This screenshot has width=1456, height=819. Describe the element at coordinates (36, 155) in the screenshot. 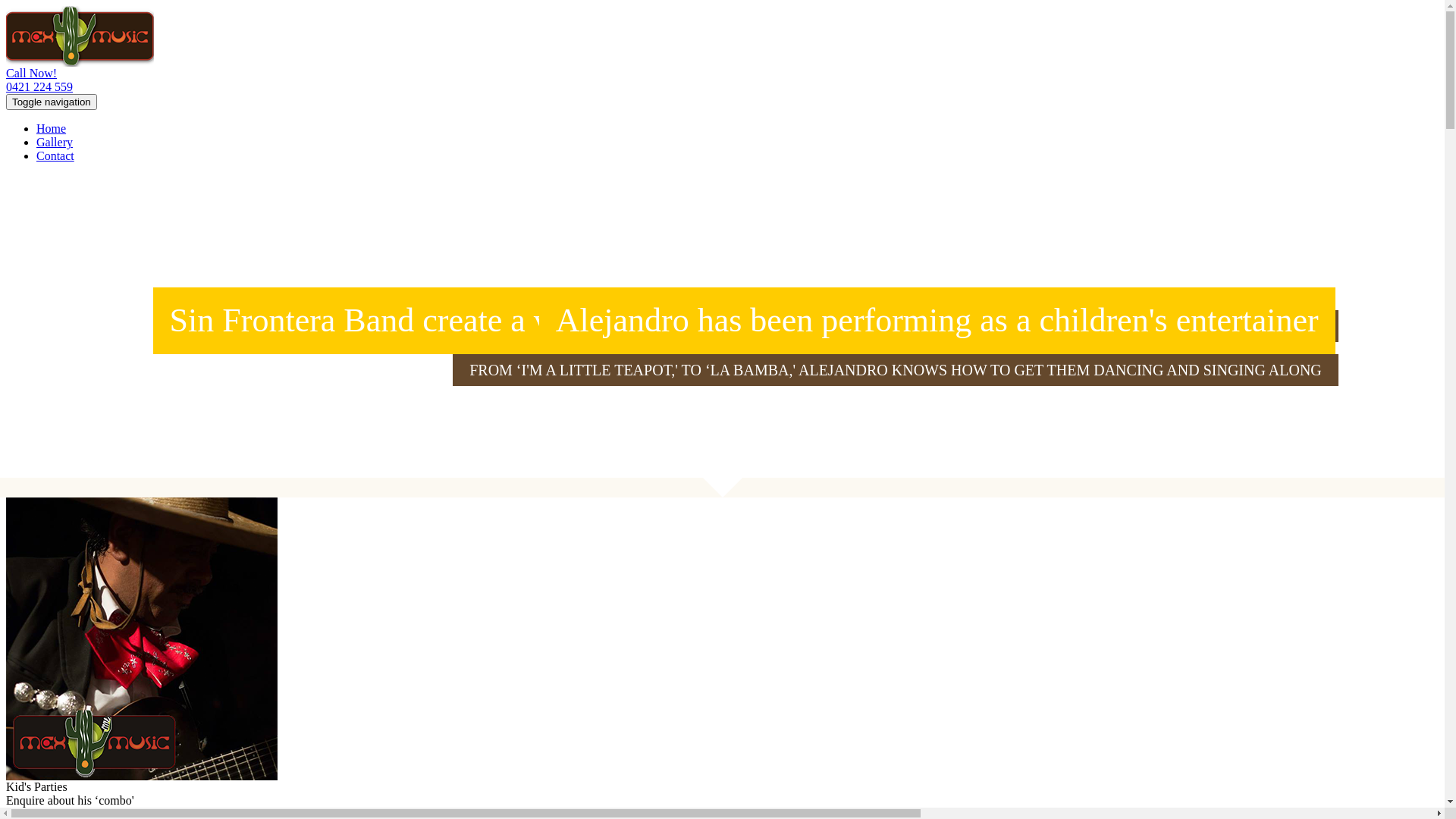

I see `'Contact'` at that location.